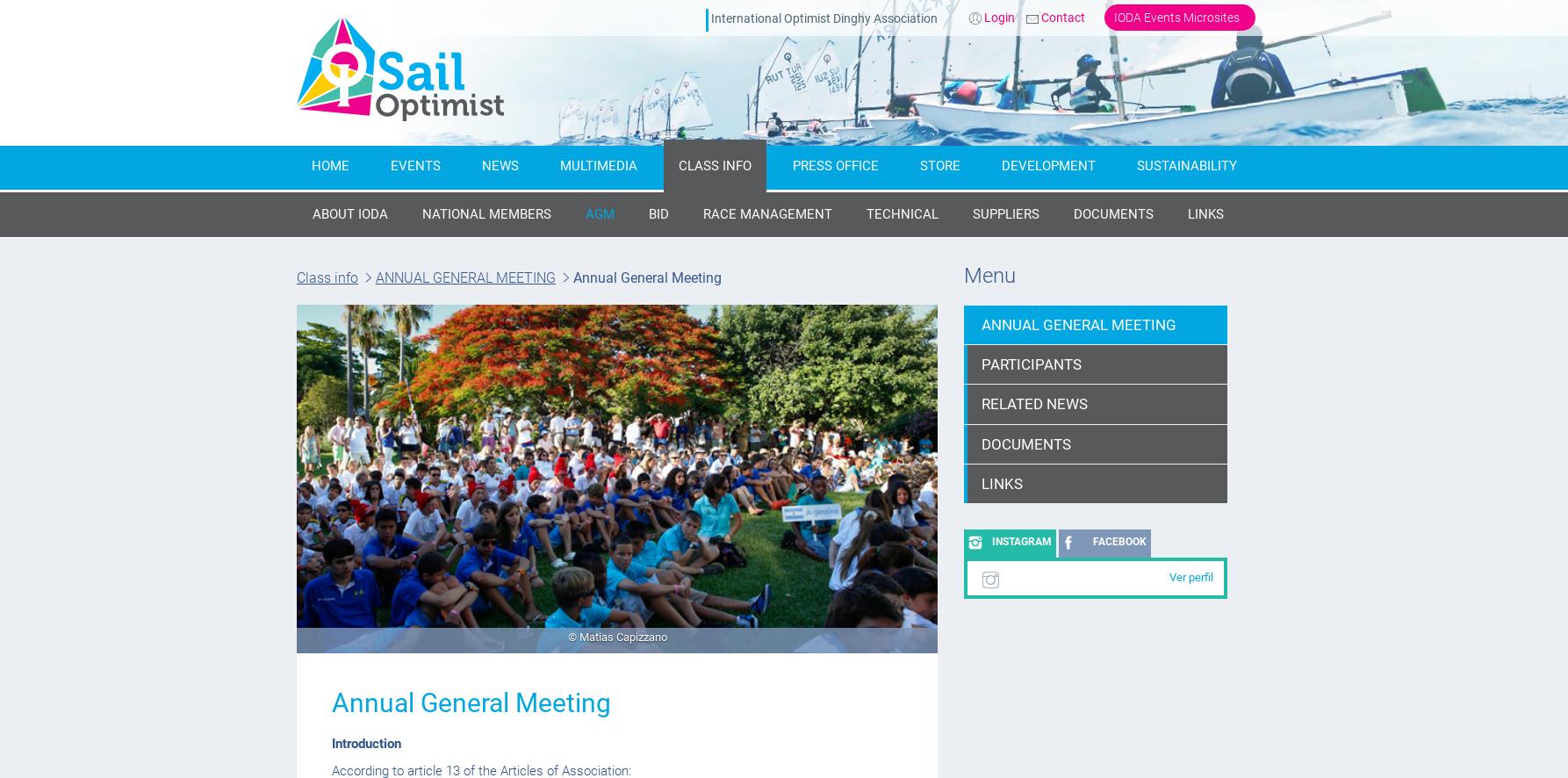 This screenshot has height=778, width=1568. Describe the element at coordinates (414, 165) in the screenshot. I see `'Events'` at that location.